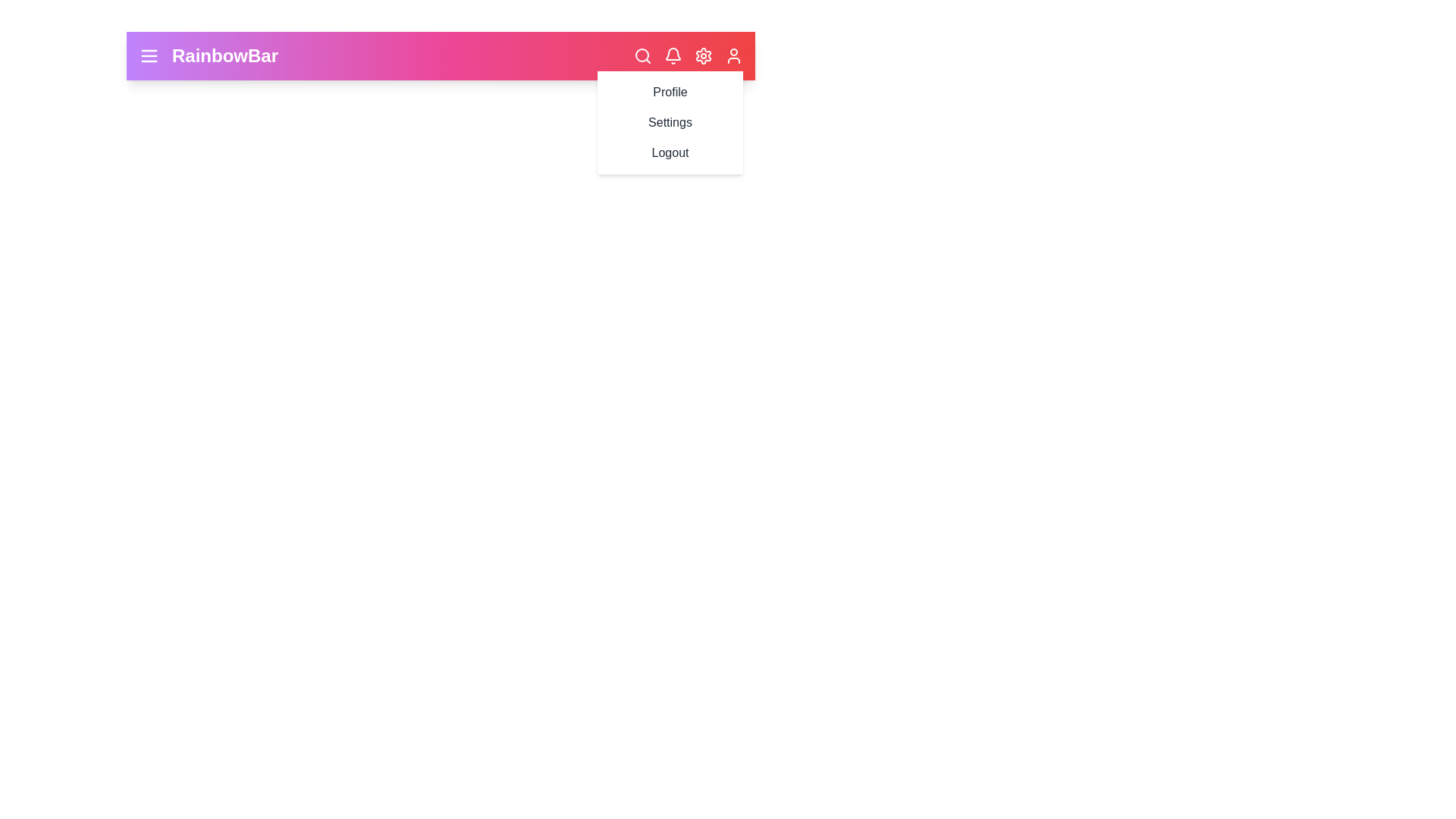 This screenshot has width=1456, height=819. I want to click on the 'Settings' option in the user menu, so click(669, 122).